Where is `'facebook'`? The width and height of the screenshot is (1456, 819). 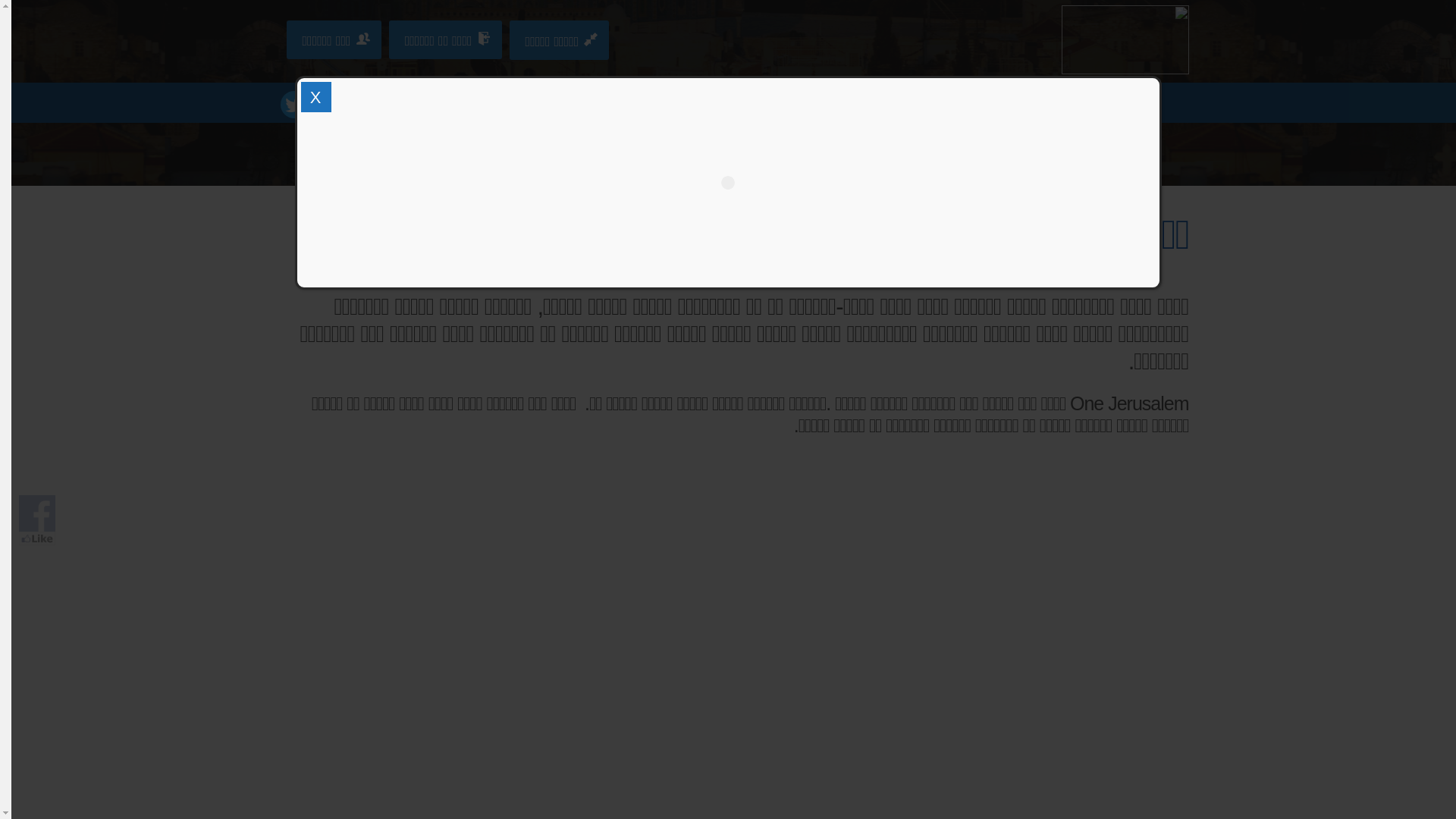 'facebook' is located at coordinates (323, 104).